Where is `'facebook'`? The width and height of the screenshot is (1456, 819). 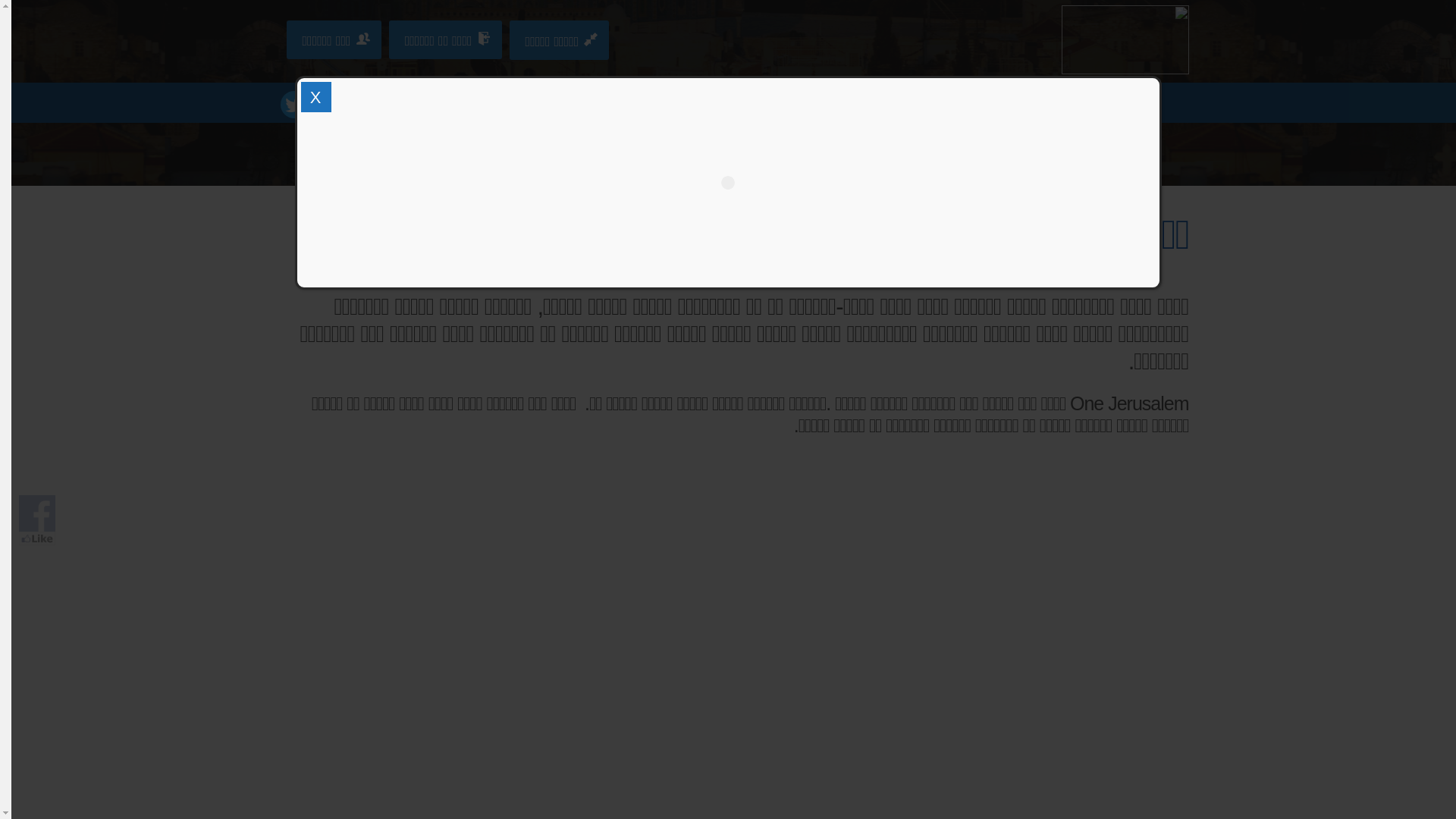 'facebook' is located at coordinates (323, 104).